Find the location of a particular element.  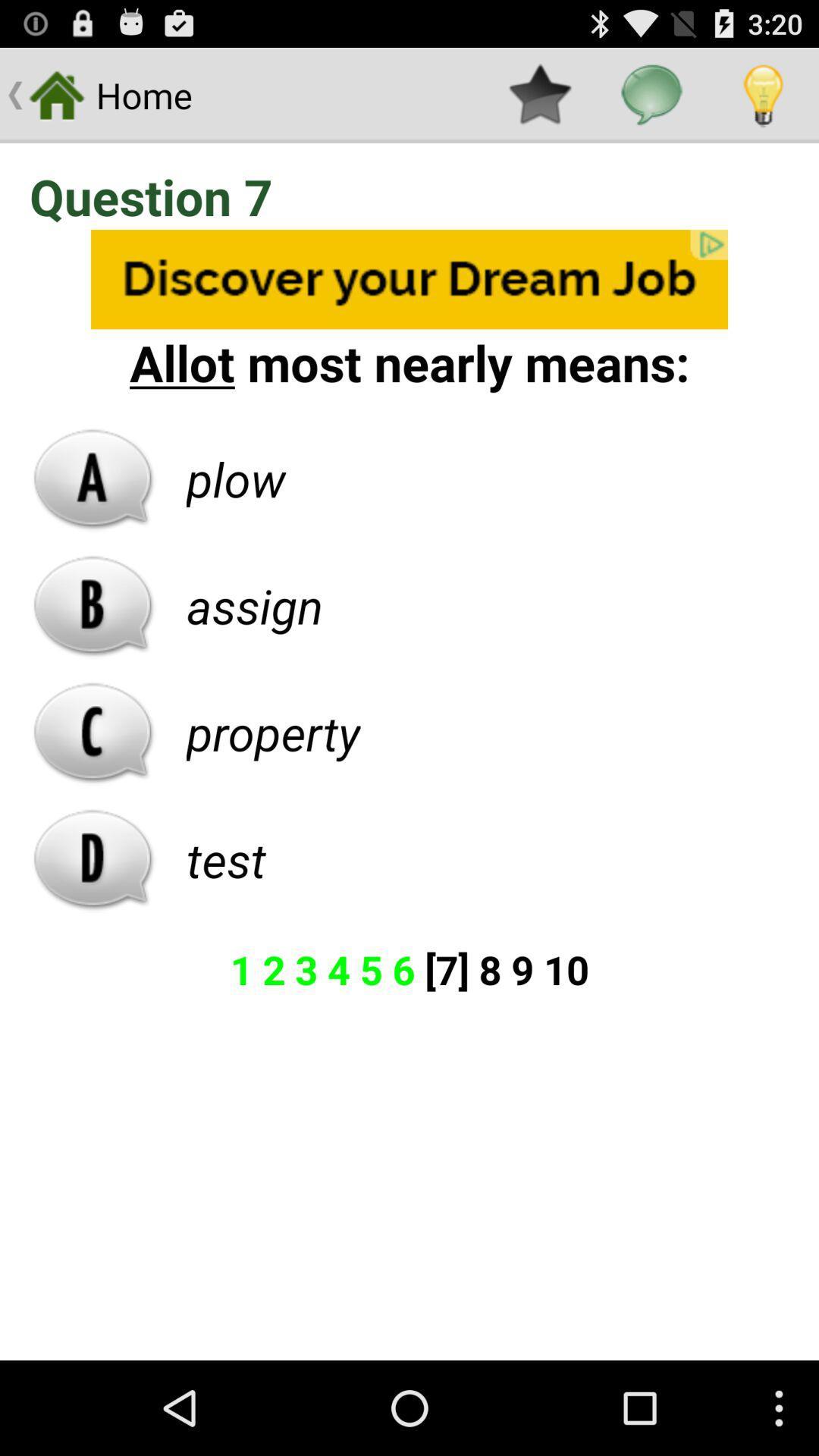

advertisement is located at coordinates (409, 279).